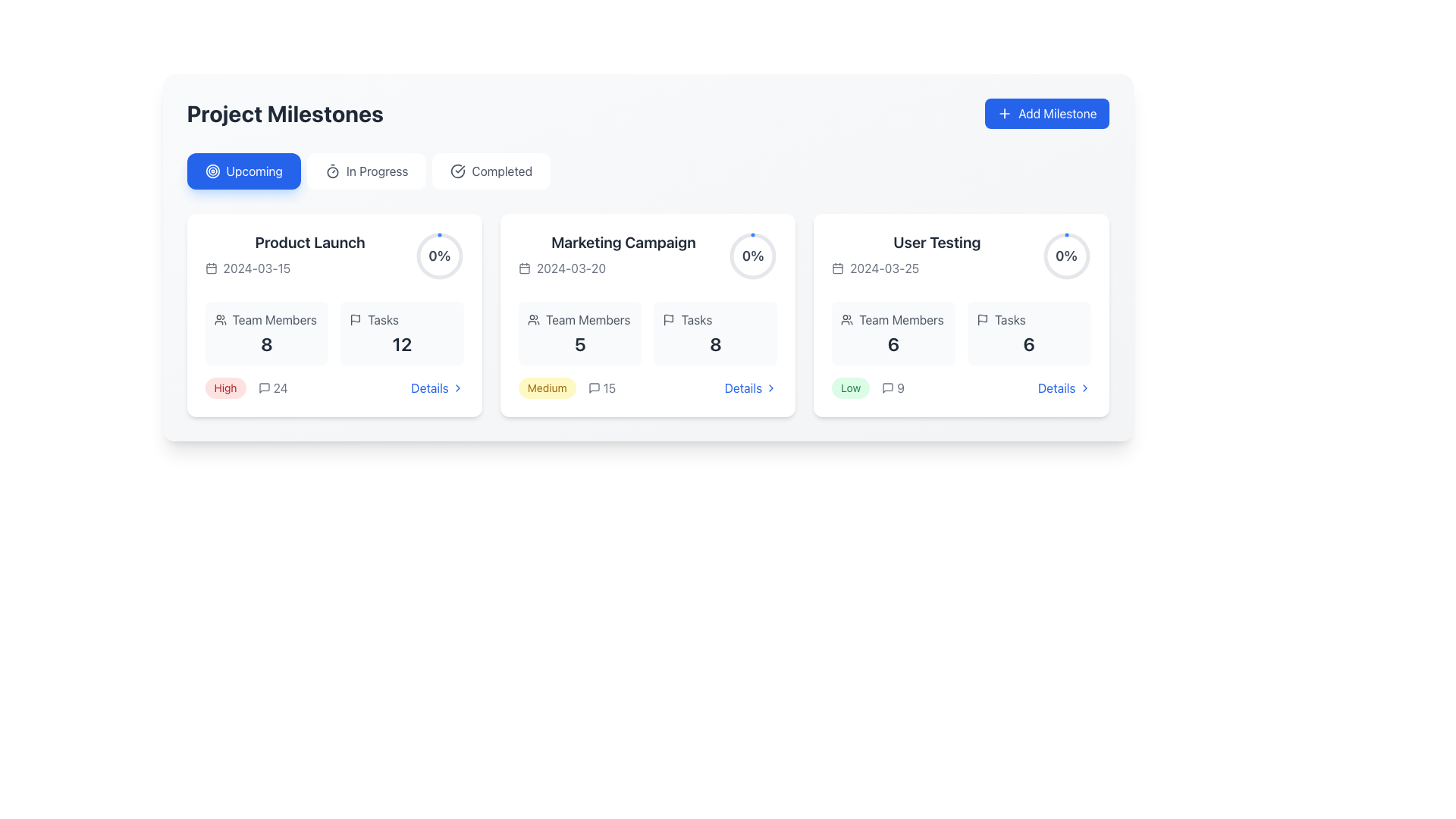 The image size is (1456, 819). Describe the element at coordinates (1084, 388) in the screenshot. I see `the right-pointing chevron icon located to the right of the 'Details' label in the third milestone card (User Testing) within the 'Project Milestones' section to trigger potential hover effects` at that location.